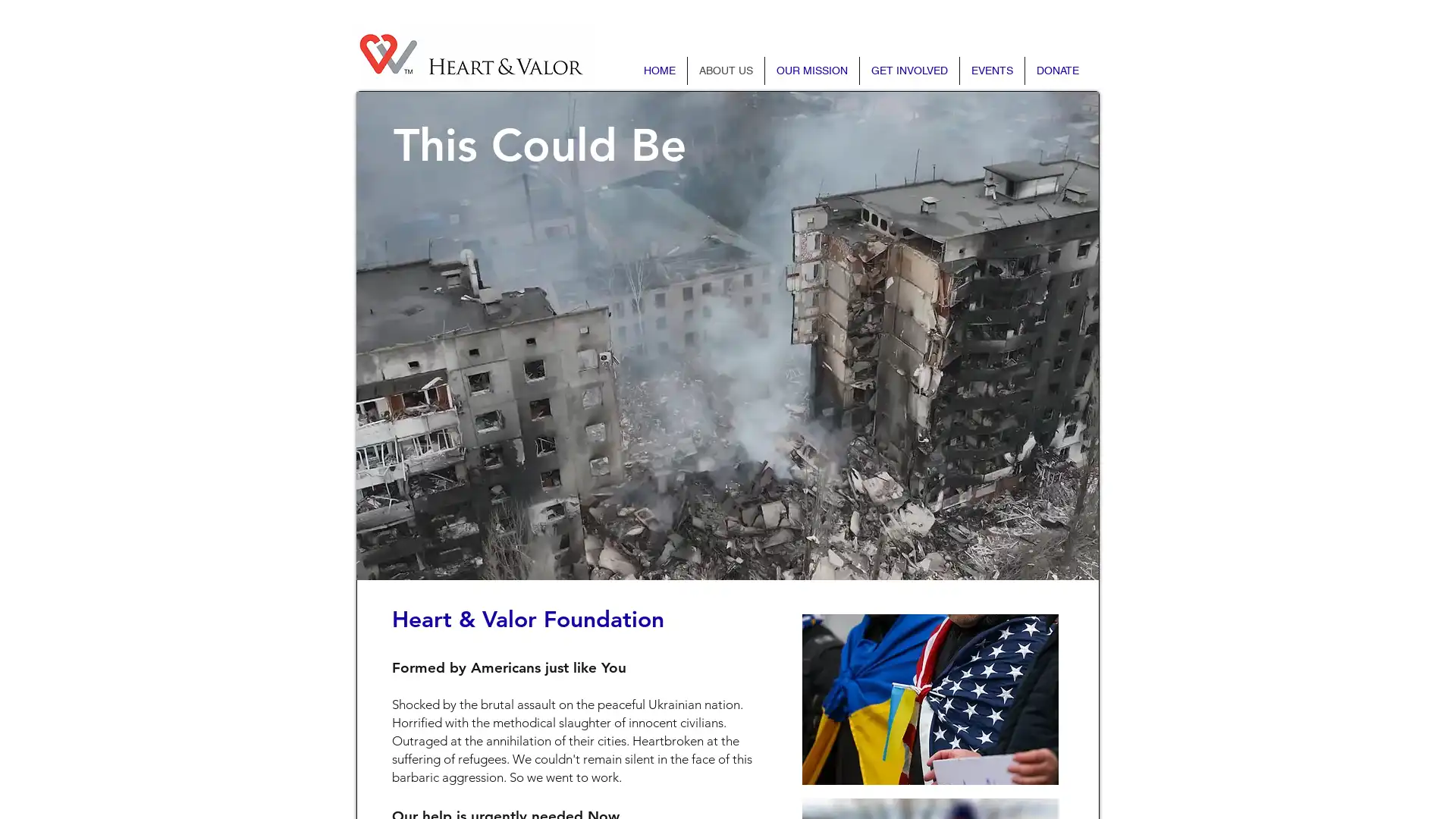 The image size is (1456, 819). I want to click on Previous, so click(410, 334).